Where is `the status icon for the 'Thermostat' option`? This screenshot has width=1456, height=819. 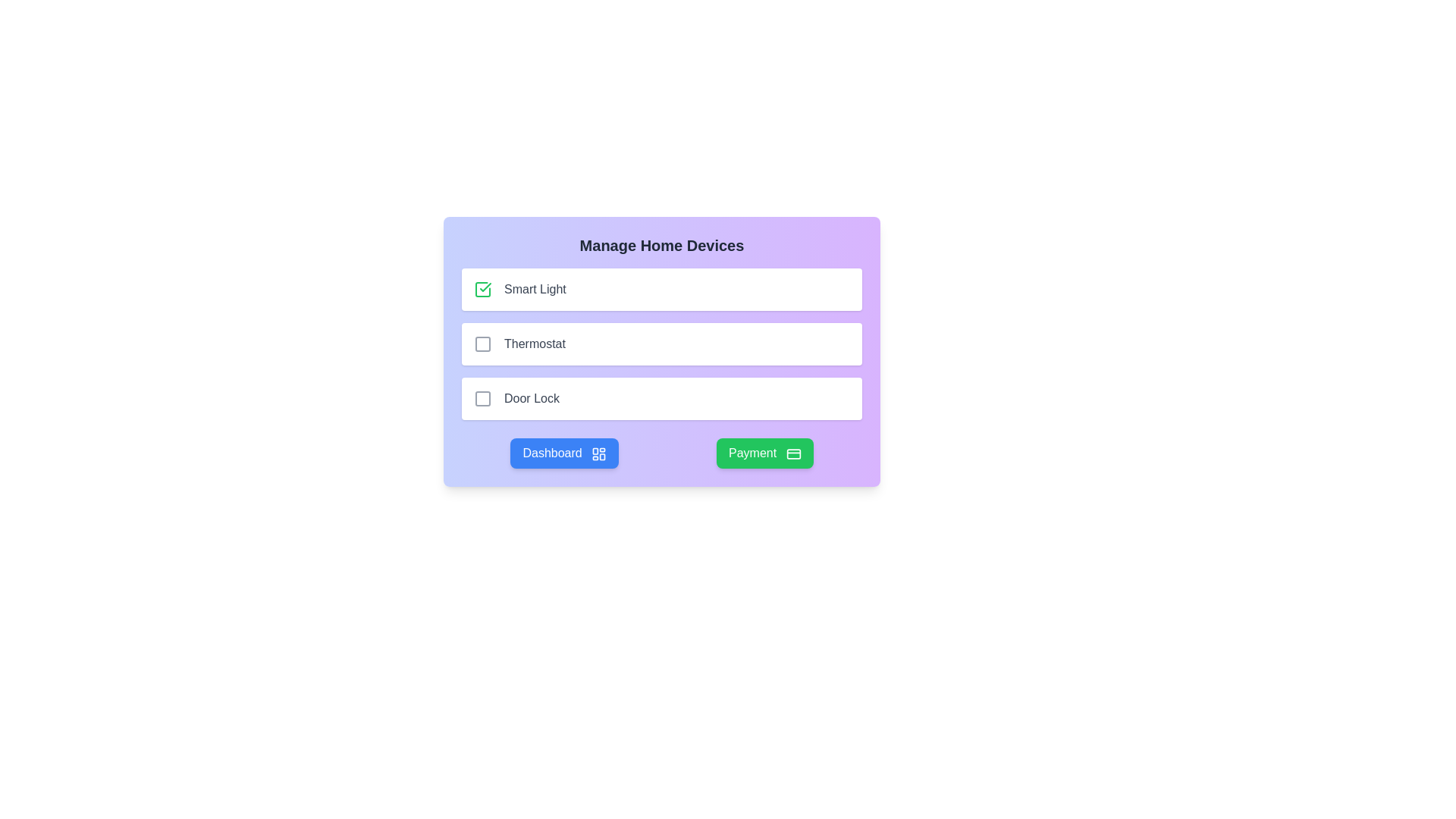 the status icon for the 'Thermostat' option is located at coordinates (482, 344).